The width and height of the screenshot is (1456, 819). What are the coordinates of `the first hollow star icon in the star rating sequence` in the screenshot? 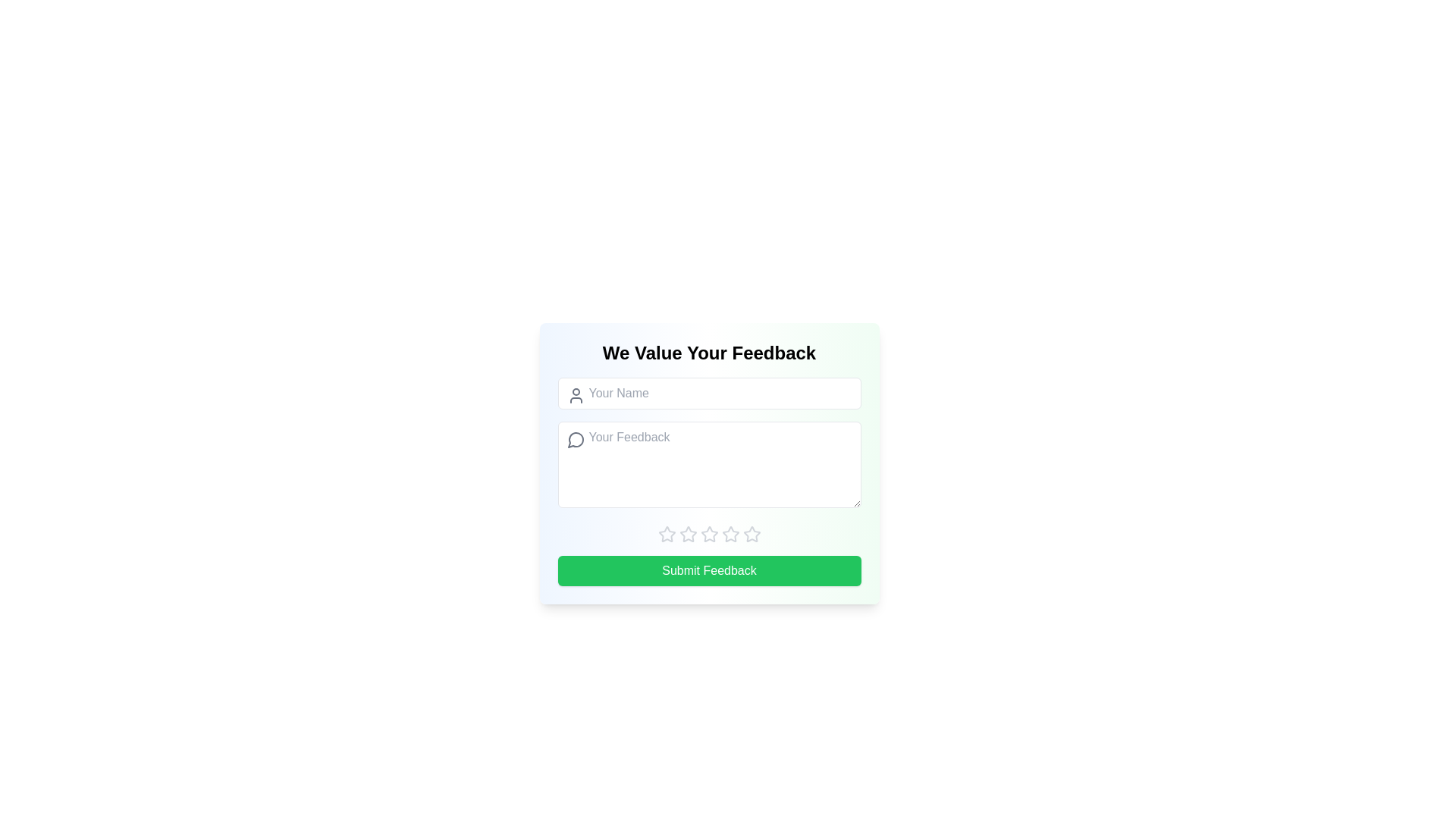 It's located at (667, 534).